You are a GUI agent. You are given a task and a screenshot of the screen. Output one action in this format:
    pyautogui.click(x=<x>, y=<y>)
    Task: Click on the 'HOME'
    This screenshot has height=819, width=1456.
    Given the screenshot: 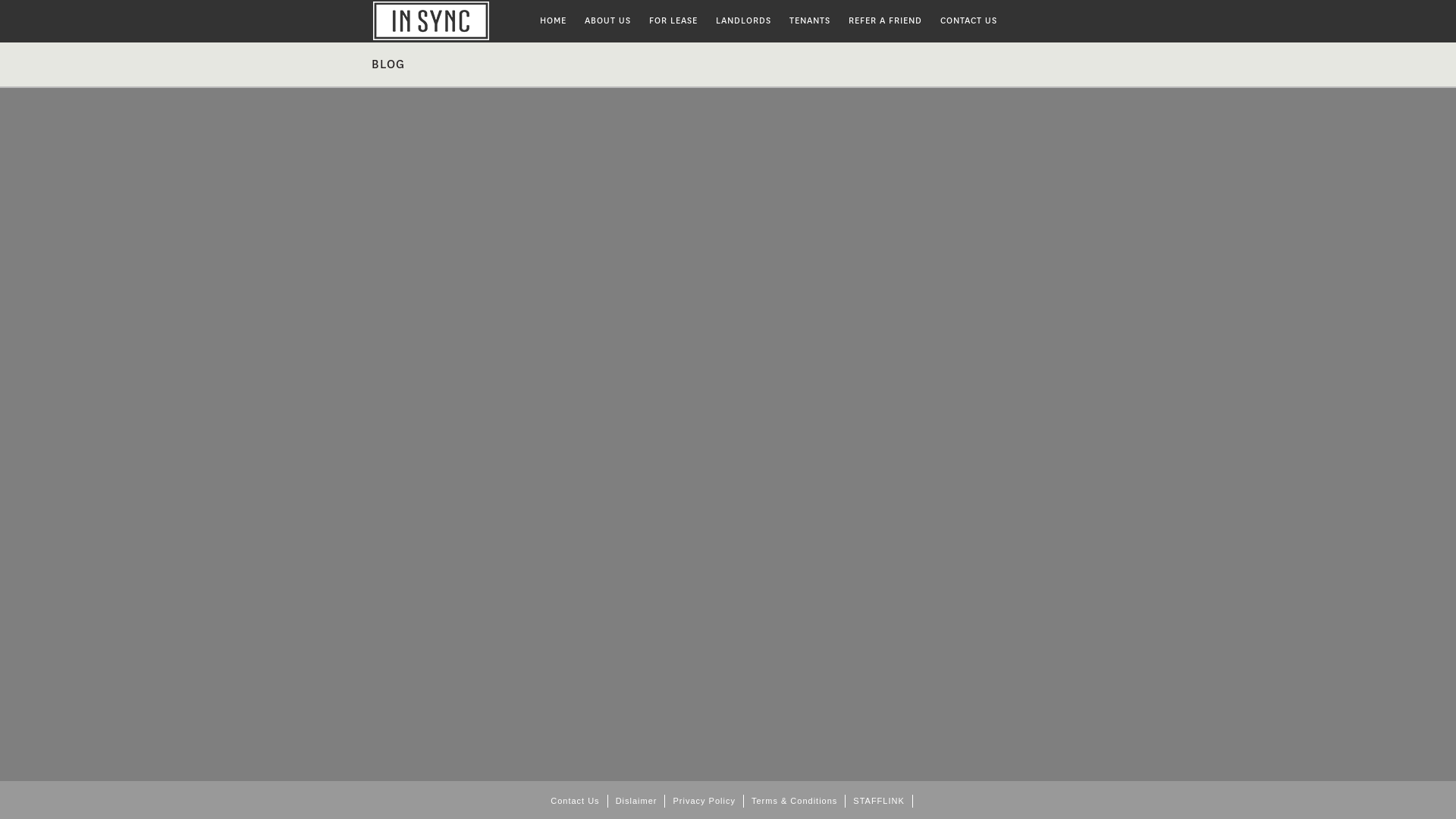 What is the action you would take?
    pyautogui.click(x=450, y=20)
    